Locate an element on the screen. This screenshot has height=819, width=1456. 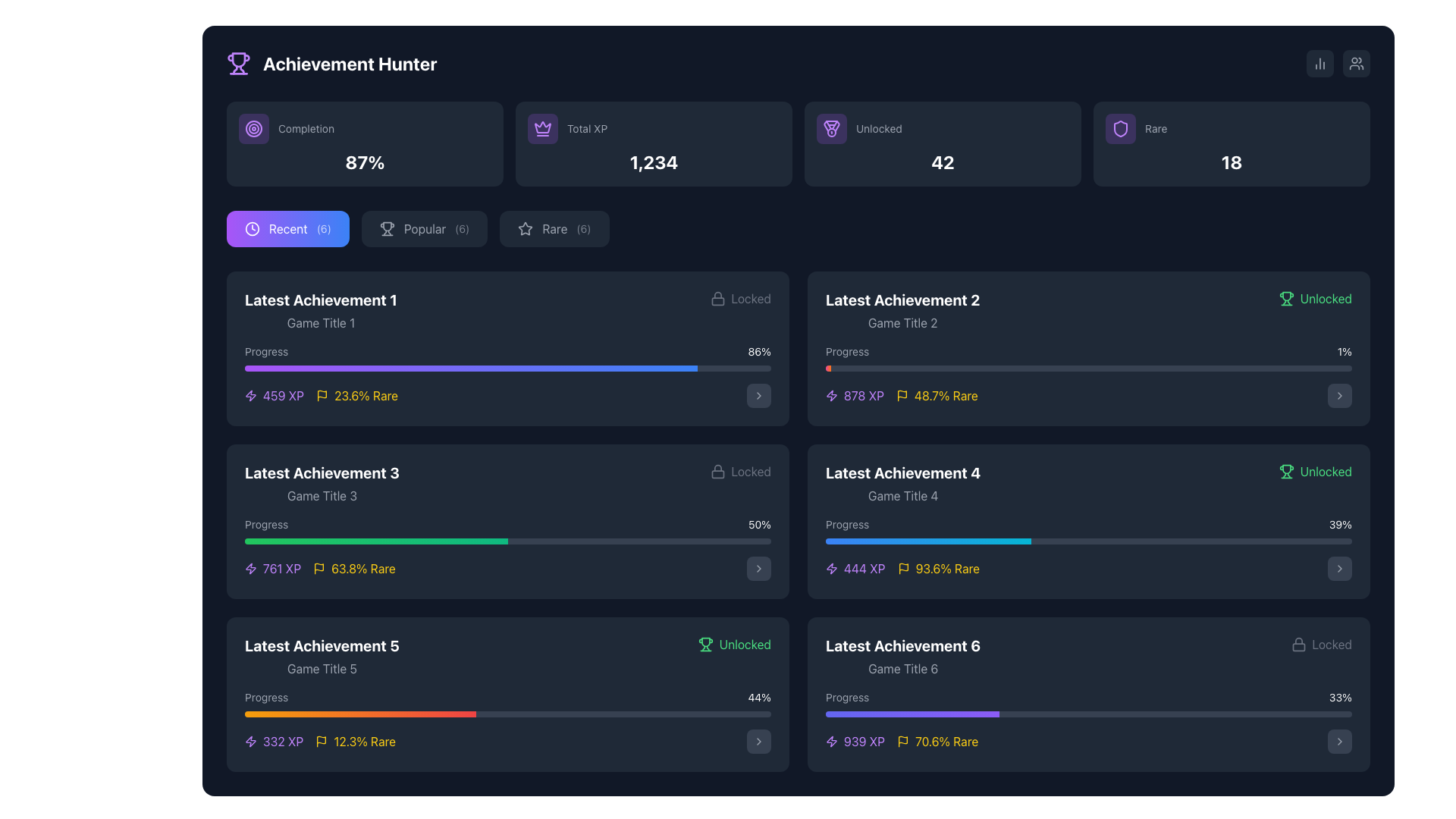
the text '444 XP' styled in purple font with a lightning bolt icon, located in the 'Latest Achievement 4' section, positioned below the progress bar in the right column of the interface is located at coordinates (855, 568).